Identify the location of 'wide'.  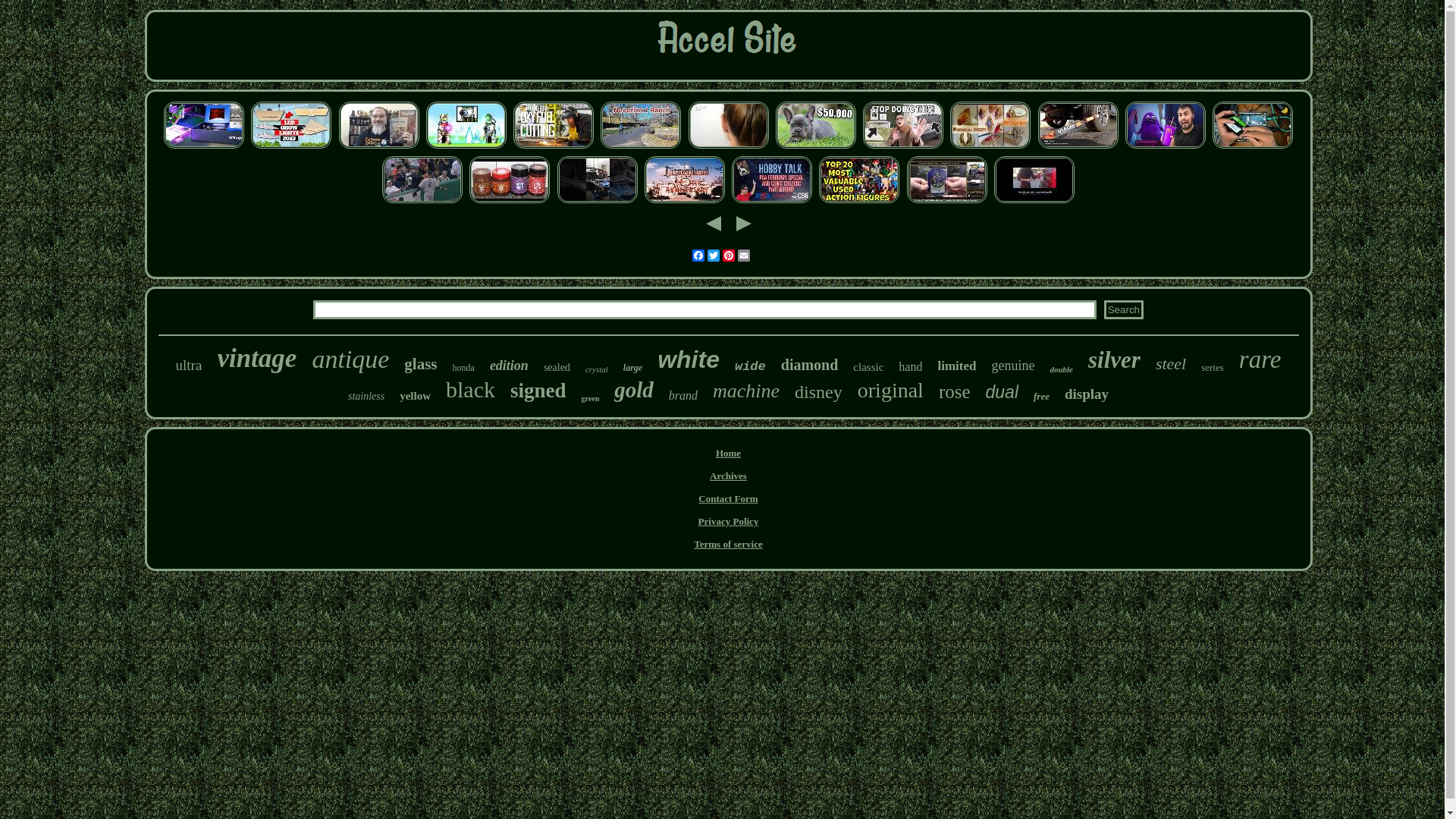
(735, 366).